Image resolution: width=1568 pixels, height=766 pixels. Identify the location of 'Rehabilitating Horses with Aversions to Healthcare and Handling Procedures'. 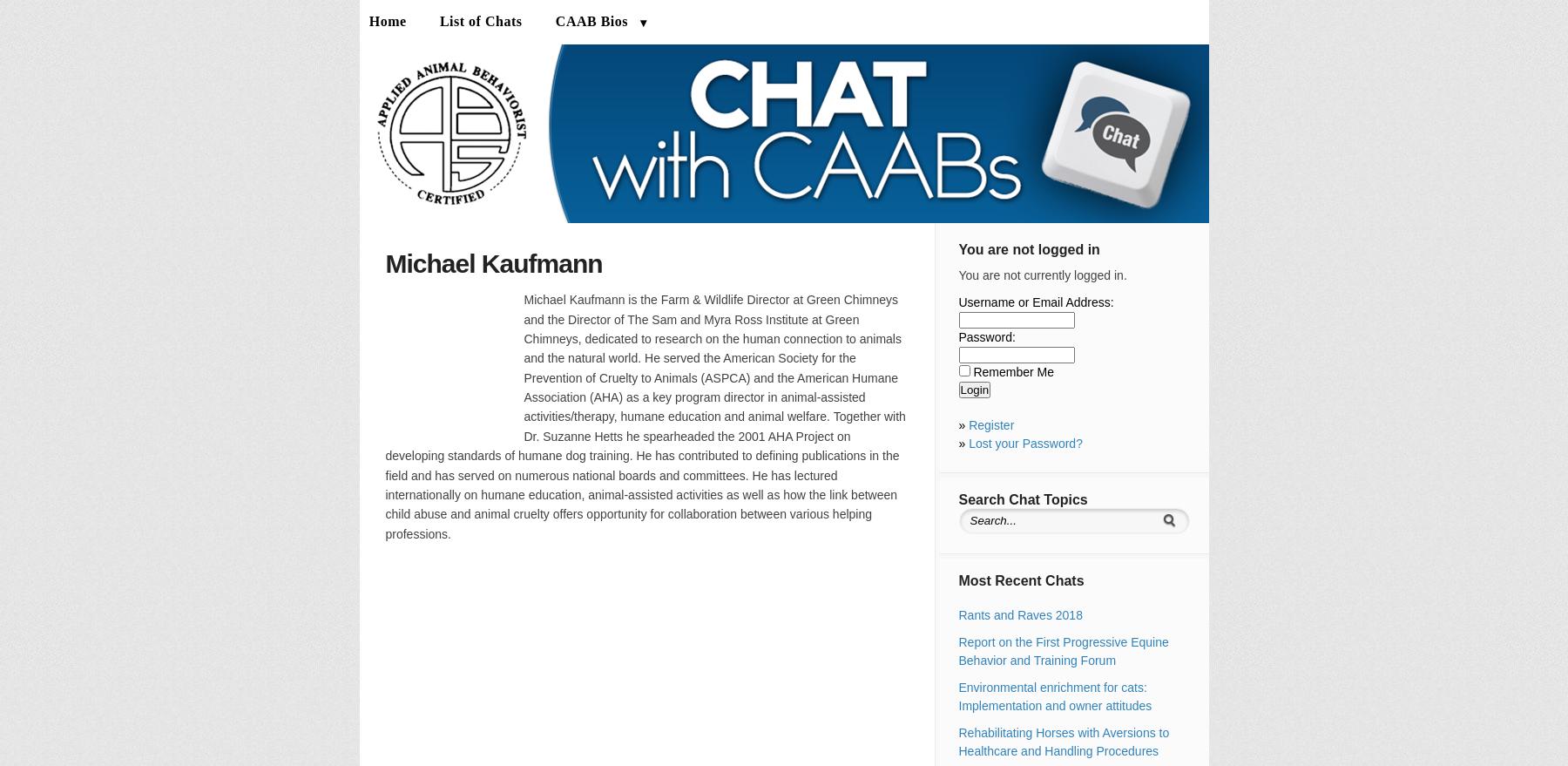
(957, 742).